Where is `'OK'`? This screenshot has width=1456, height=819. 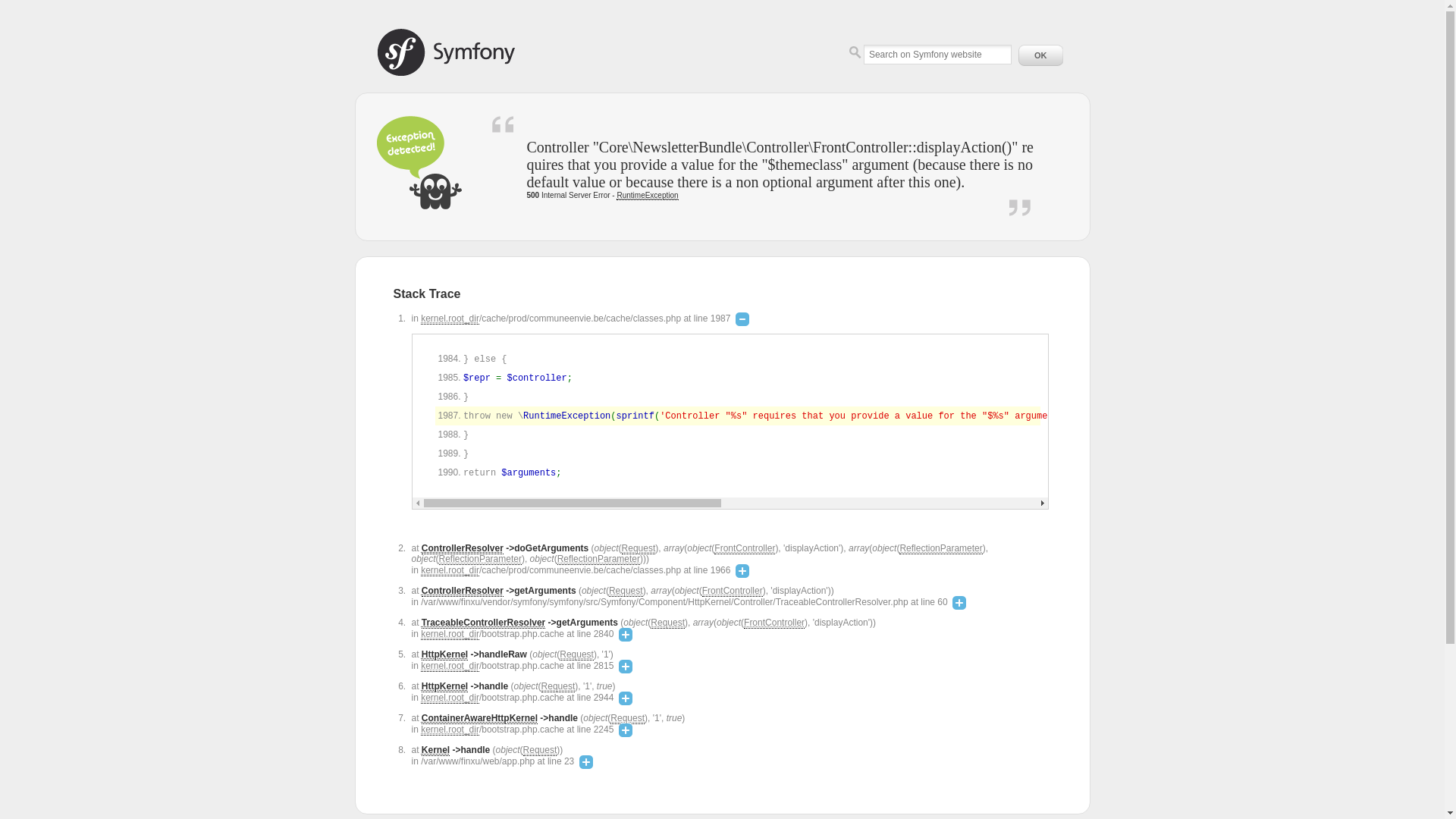
'OK' is located at coordinates (1040, 55).